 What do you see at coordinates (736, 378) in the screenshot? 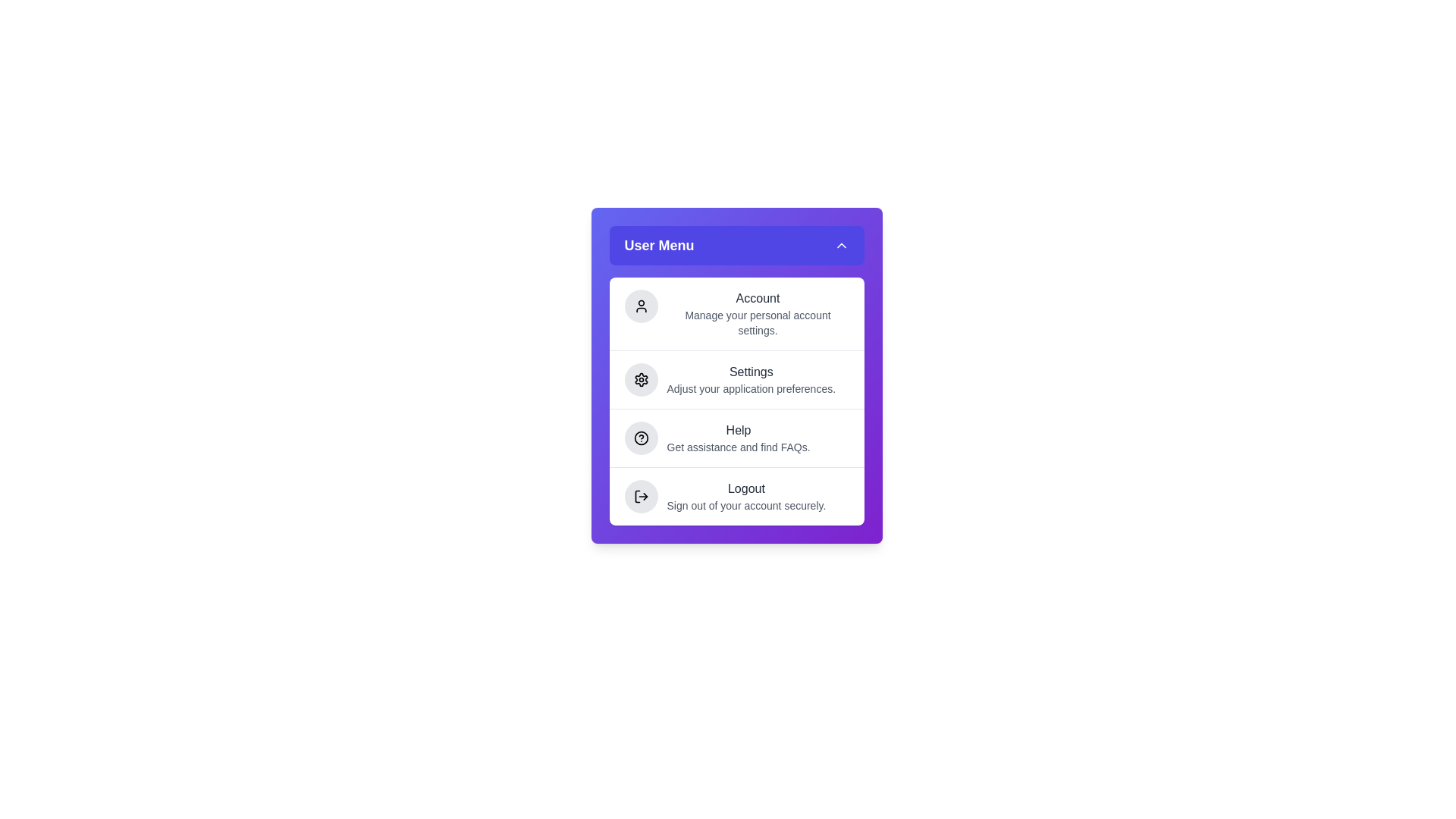
I see `the menu item Settings from the menu` at bounding box center [736, 378].